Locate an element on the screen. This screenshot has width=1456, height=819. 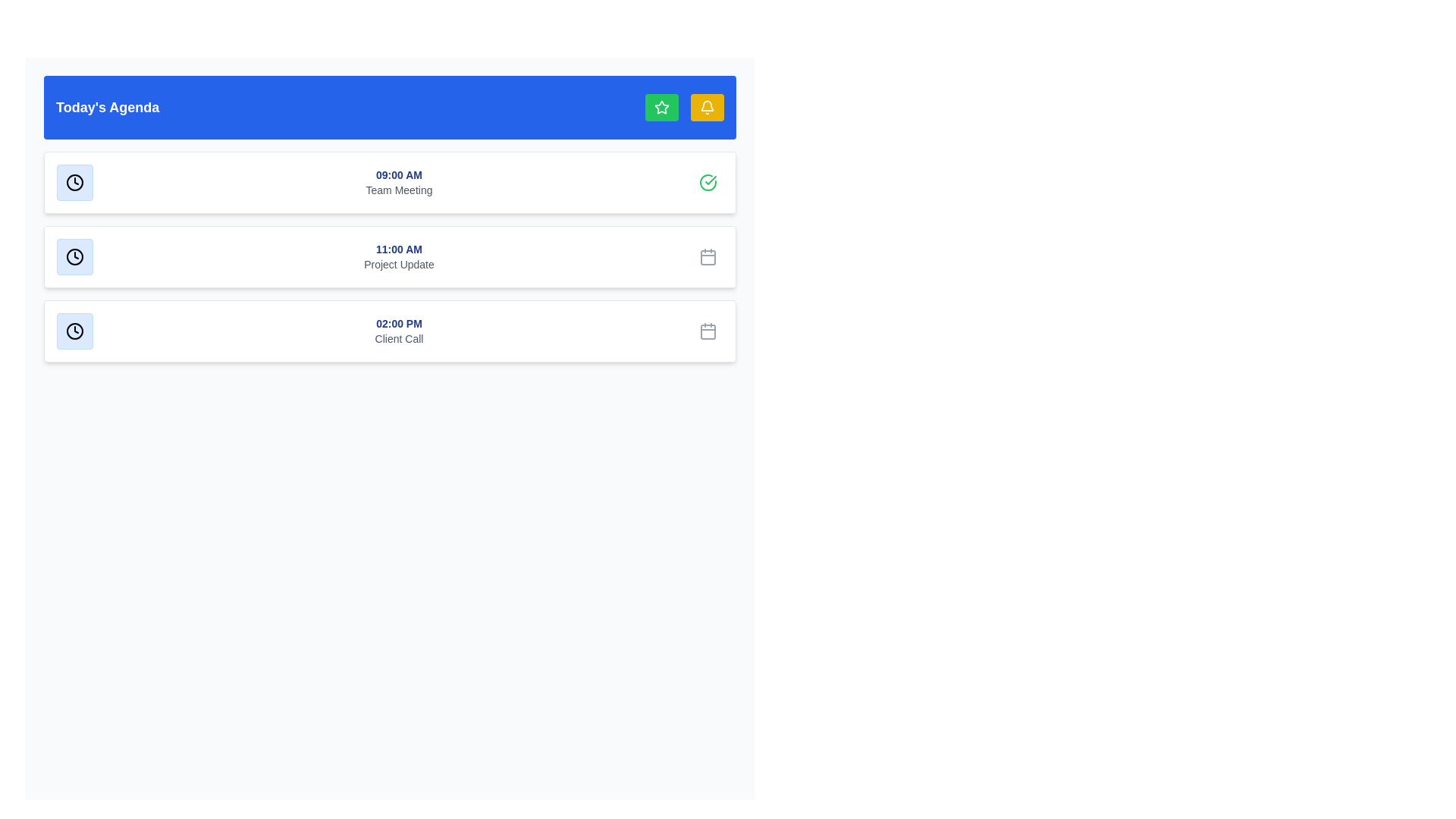
information displayed in the text label showing '11:00 AM', which is styled in a small, bold, blue font and represents a time in the schedule is located at coordinates (399, 248).